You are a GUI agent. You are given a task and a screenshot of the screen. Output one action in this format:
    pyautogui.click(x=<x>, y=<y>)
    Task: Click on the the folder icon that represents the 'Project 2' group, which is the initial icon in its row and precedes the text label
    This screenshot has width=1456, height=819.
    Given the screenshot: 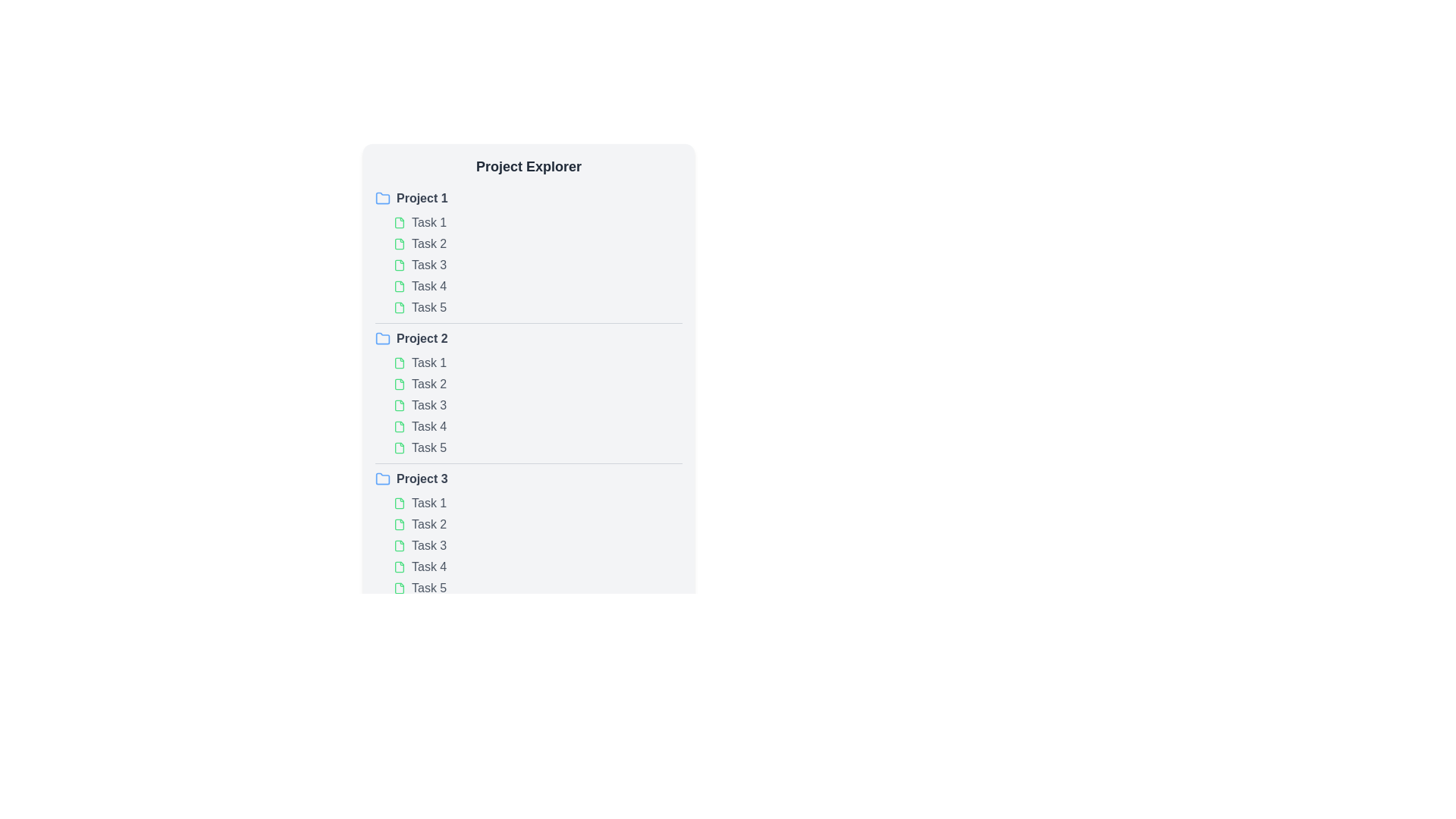 What is the action you would take?
    pyautogui.click(x=382, y=338)
    